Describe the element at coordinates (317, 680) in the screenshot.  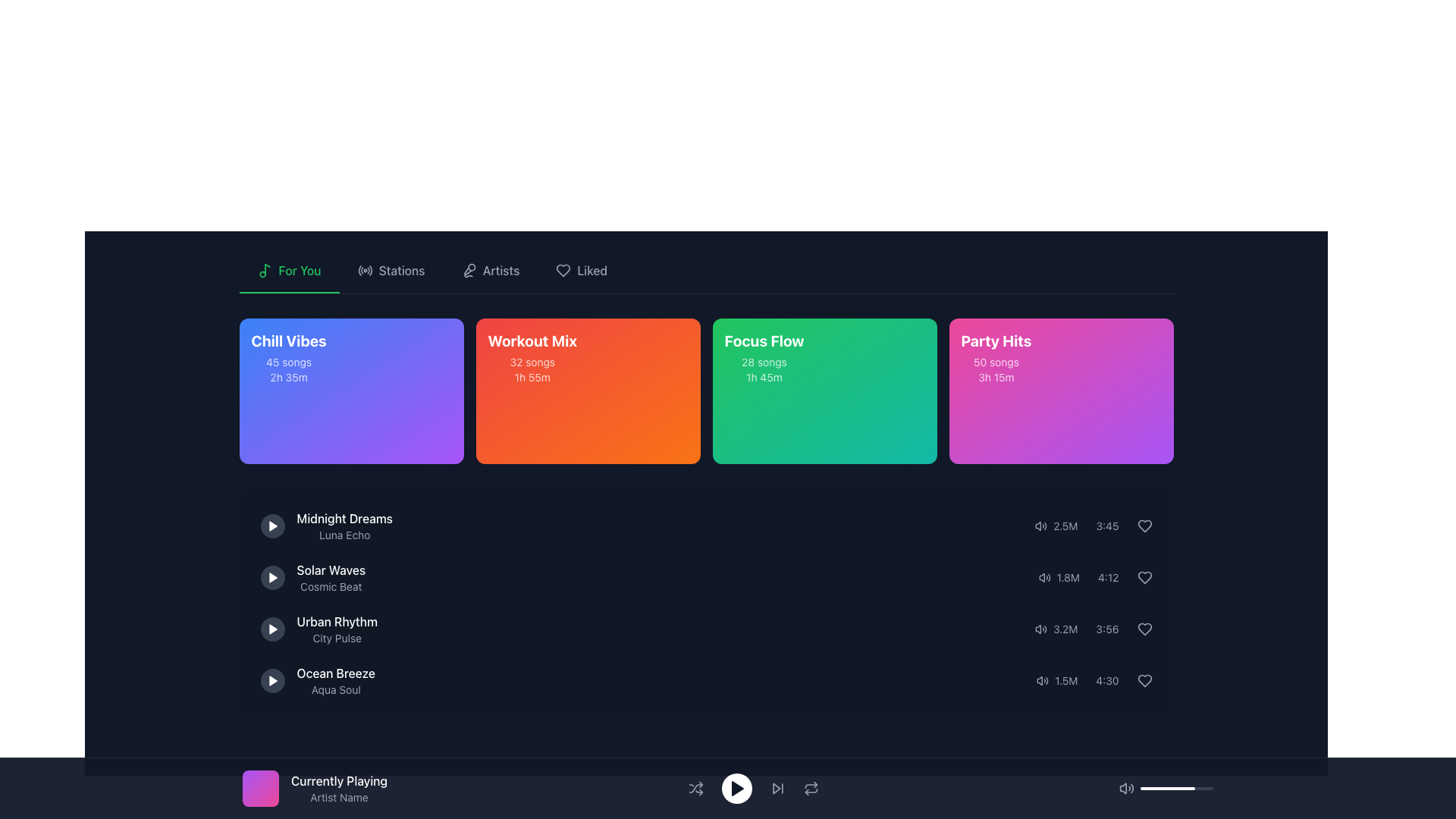
I see `the text label displaying 'Ocean Breeze' and 'Aqua Soul' located under the 'For You' section, which is the fourth item in the music track list` at that location.